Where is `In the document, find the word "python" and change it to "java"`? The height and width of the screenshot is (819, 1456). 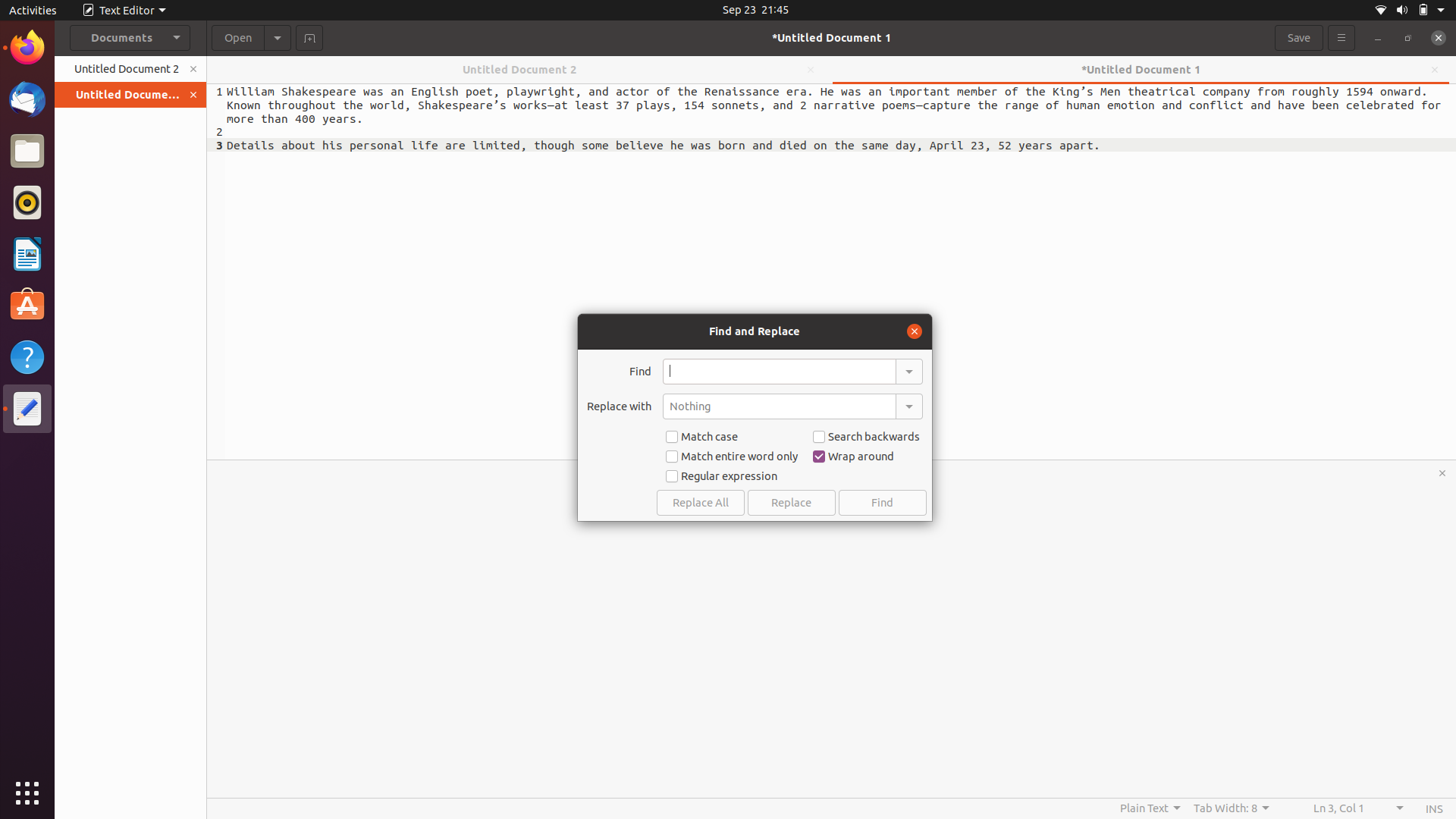
In the document, find the word "python" and change it to "java" is located at coordinates (779, 371).